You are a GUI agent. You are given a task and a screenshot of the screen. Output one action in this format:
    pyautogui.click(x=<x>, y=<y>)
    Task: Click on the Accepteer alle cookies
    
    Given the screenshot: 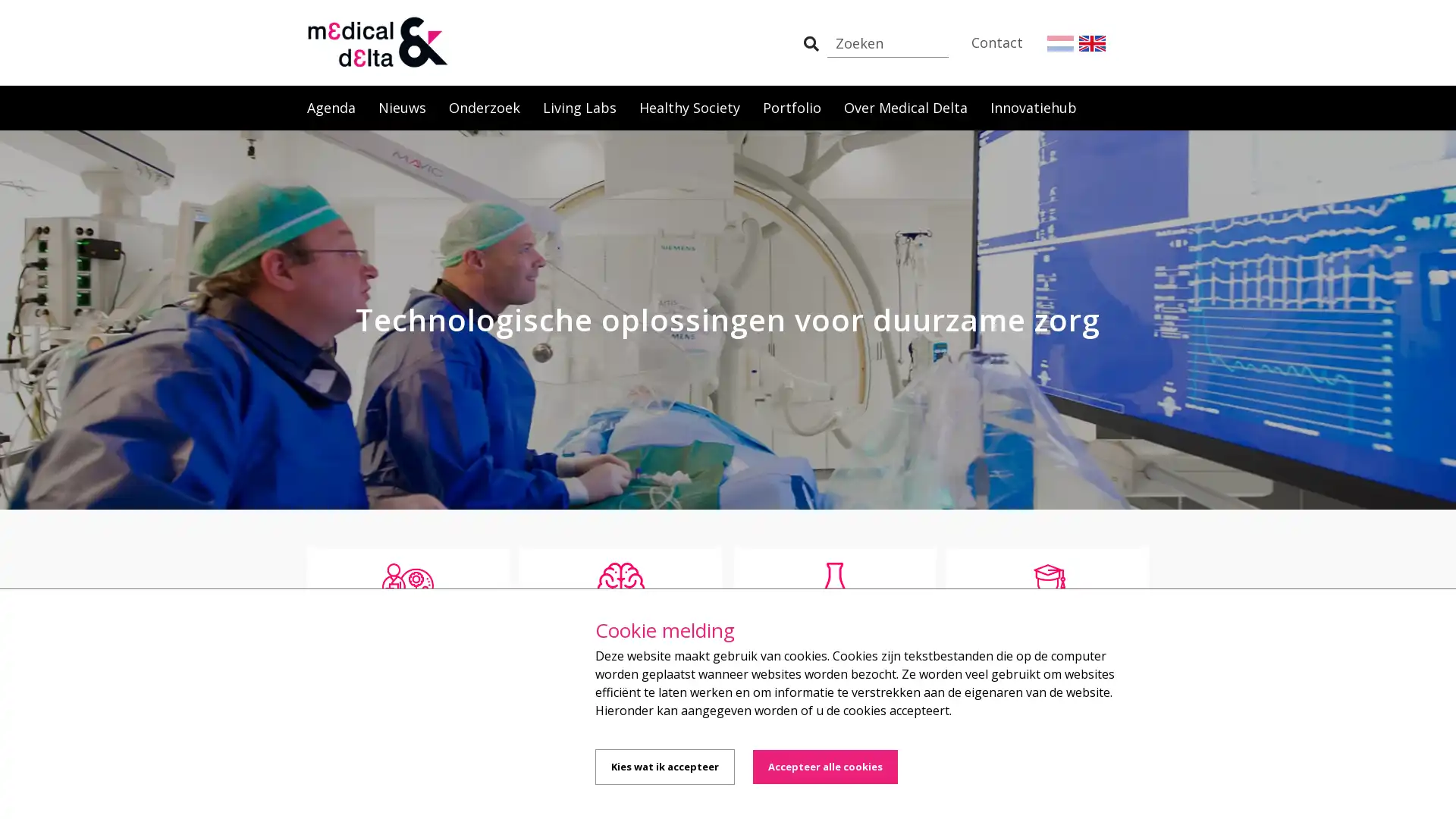 What is the action you would take?
    pyautogui.click(x=824, y=767)
    